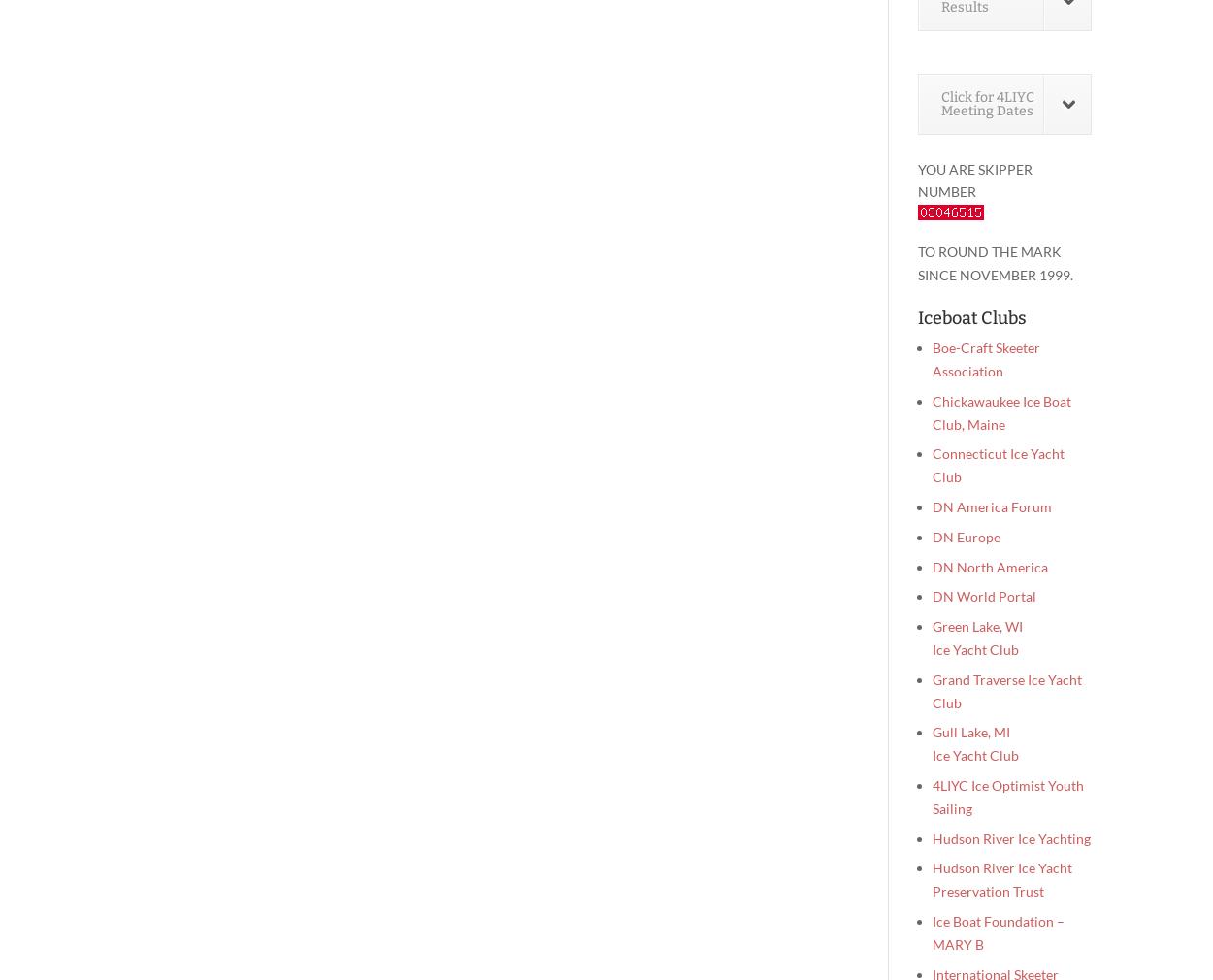  What do you see at coordinates (999, 465) in the screenshot?
I see `'Connecticut Ice Yacht Club'` at bounding box center [999, 465].